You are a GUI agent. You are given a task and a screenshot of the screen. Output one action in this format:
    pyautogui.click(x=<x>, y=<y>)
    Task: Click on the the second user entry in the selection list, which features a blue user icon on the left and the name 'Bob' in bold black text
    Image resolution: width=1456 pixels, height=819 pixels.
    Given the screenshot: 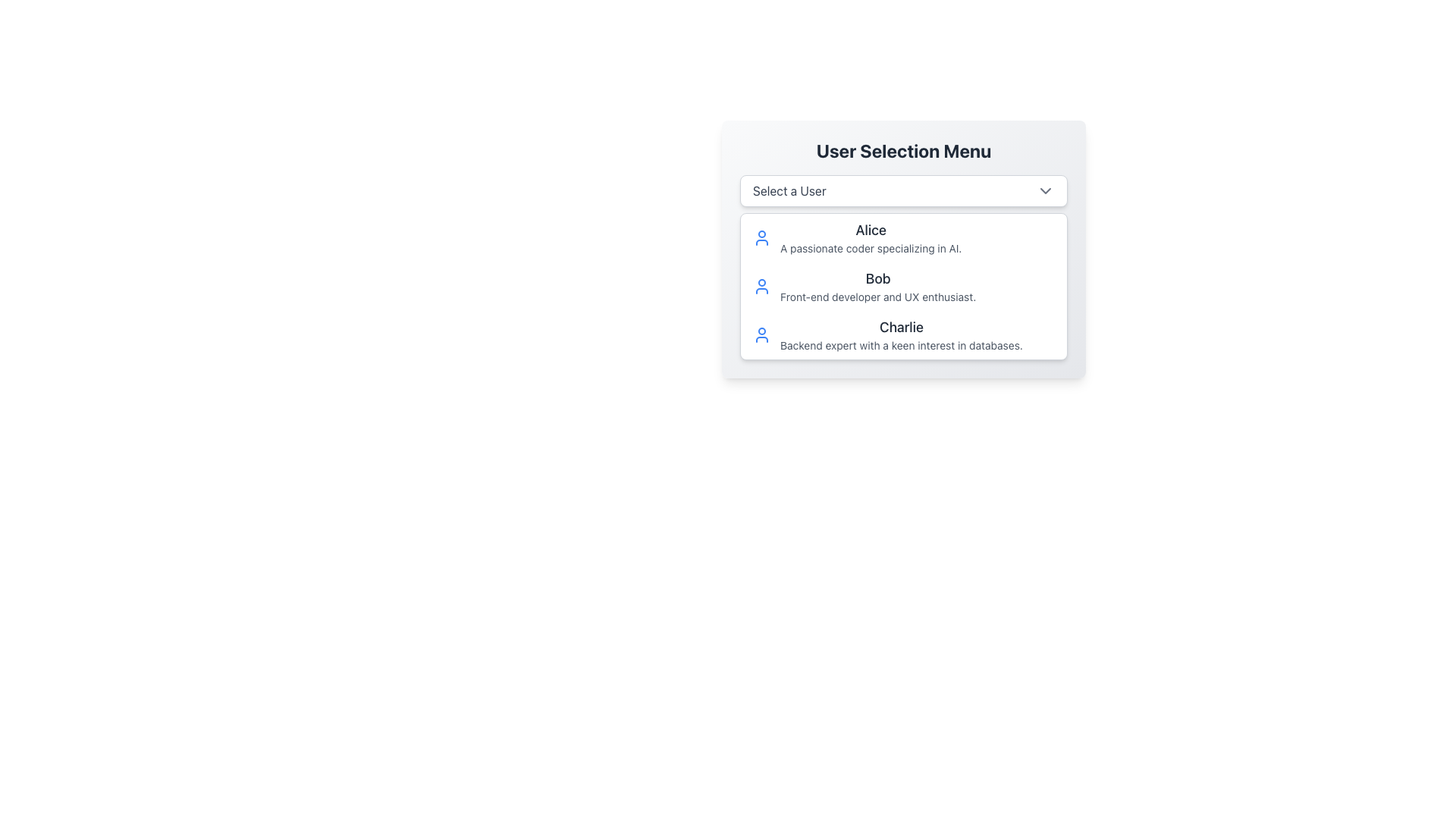 What is the action you would take?
    pyautogui.click(x=903, y=287)
    